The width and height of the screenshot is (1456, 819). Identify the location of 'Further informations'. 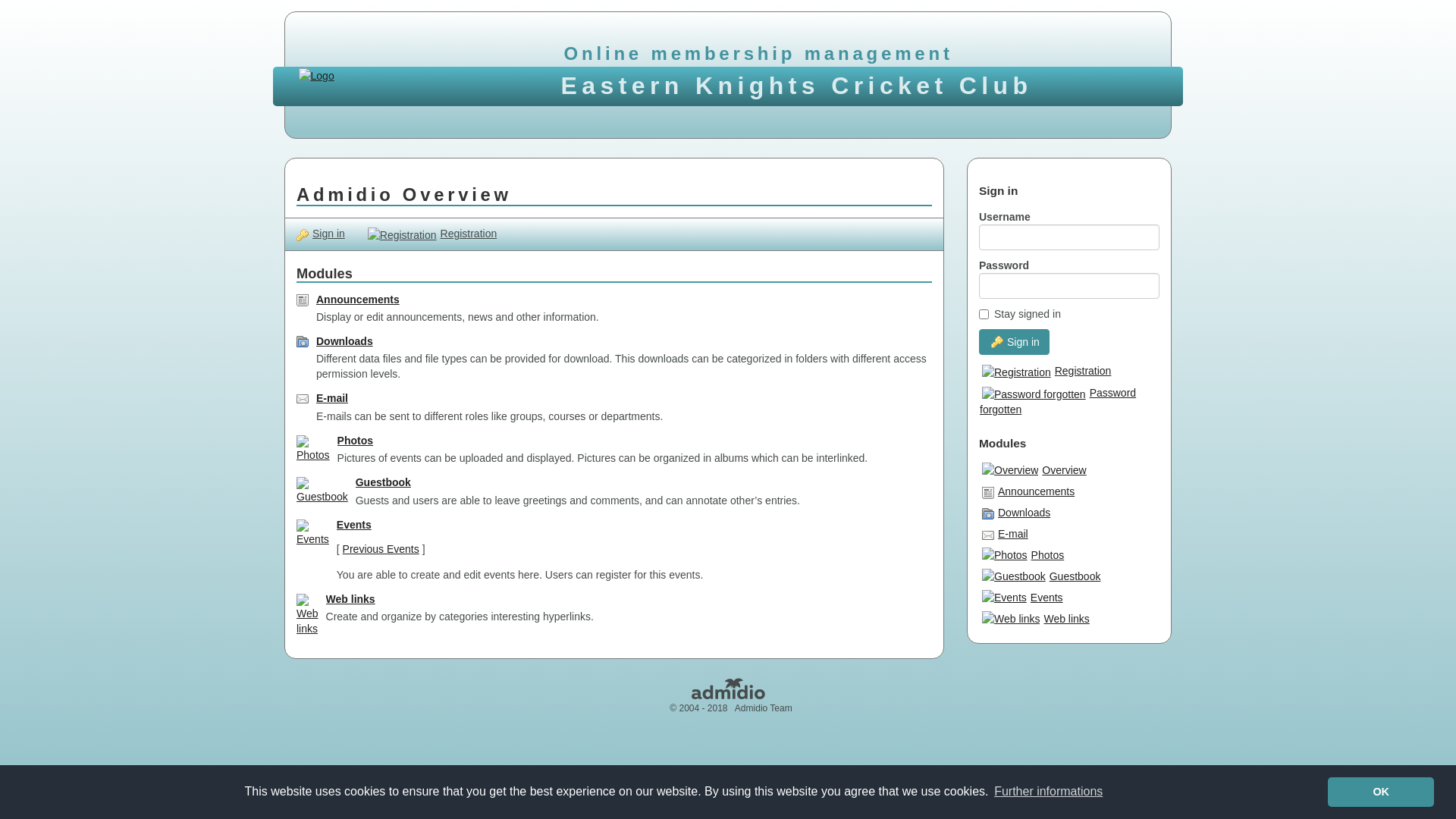
(1047, 791).